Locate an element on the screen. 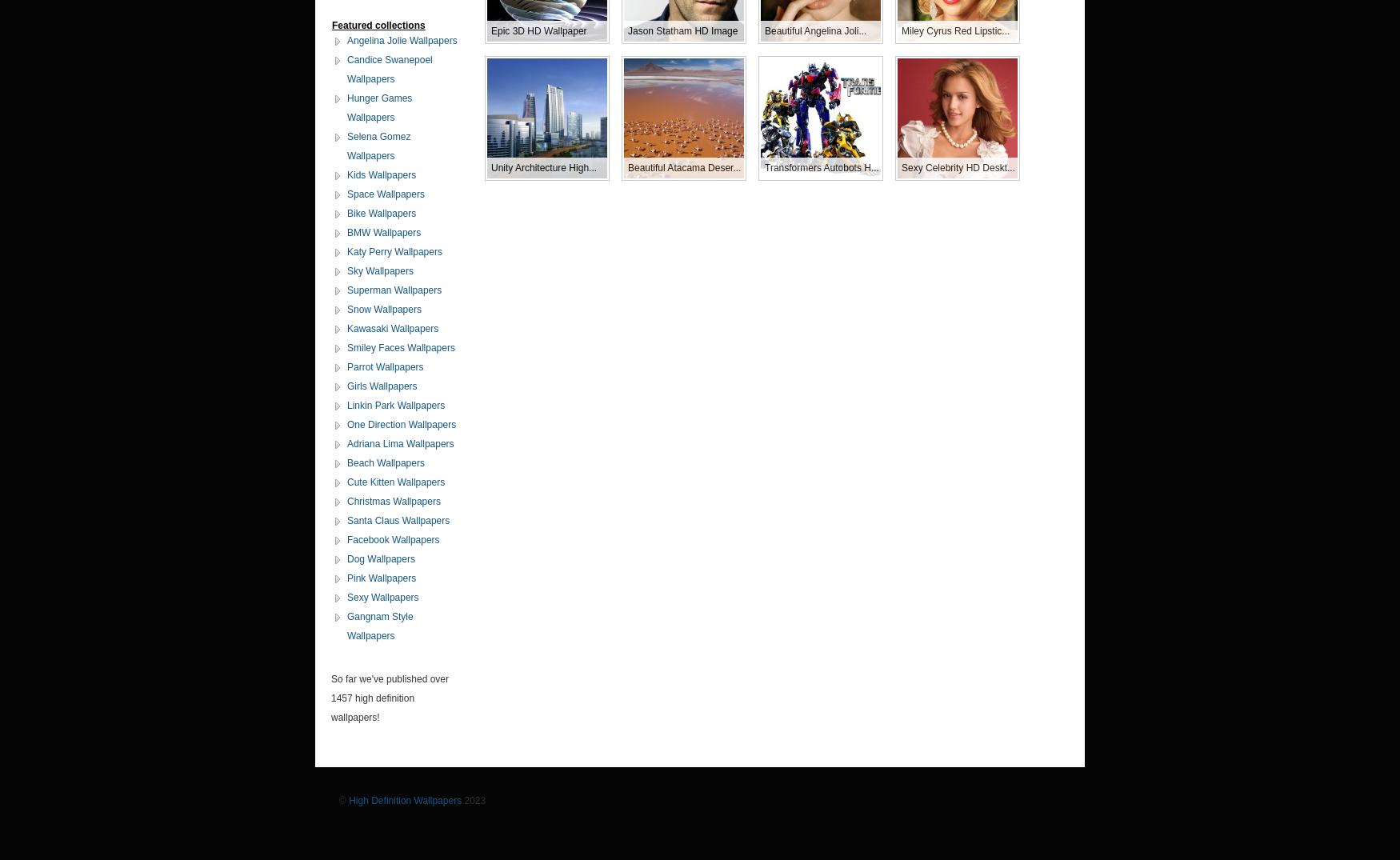 This screenshot has width=1400, height=860. 'Kawasaki Wallpapers' is located at coordinates (393, 327).